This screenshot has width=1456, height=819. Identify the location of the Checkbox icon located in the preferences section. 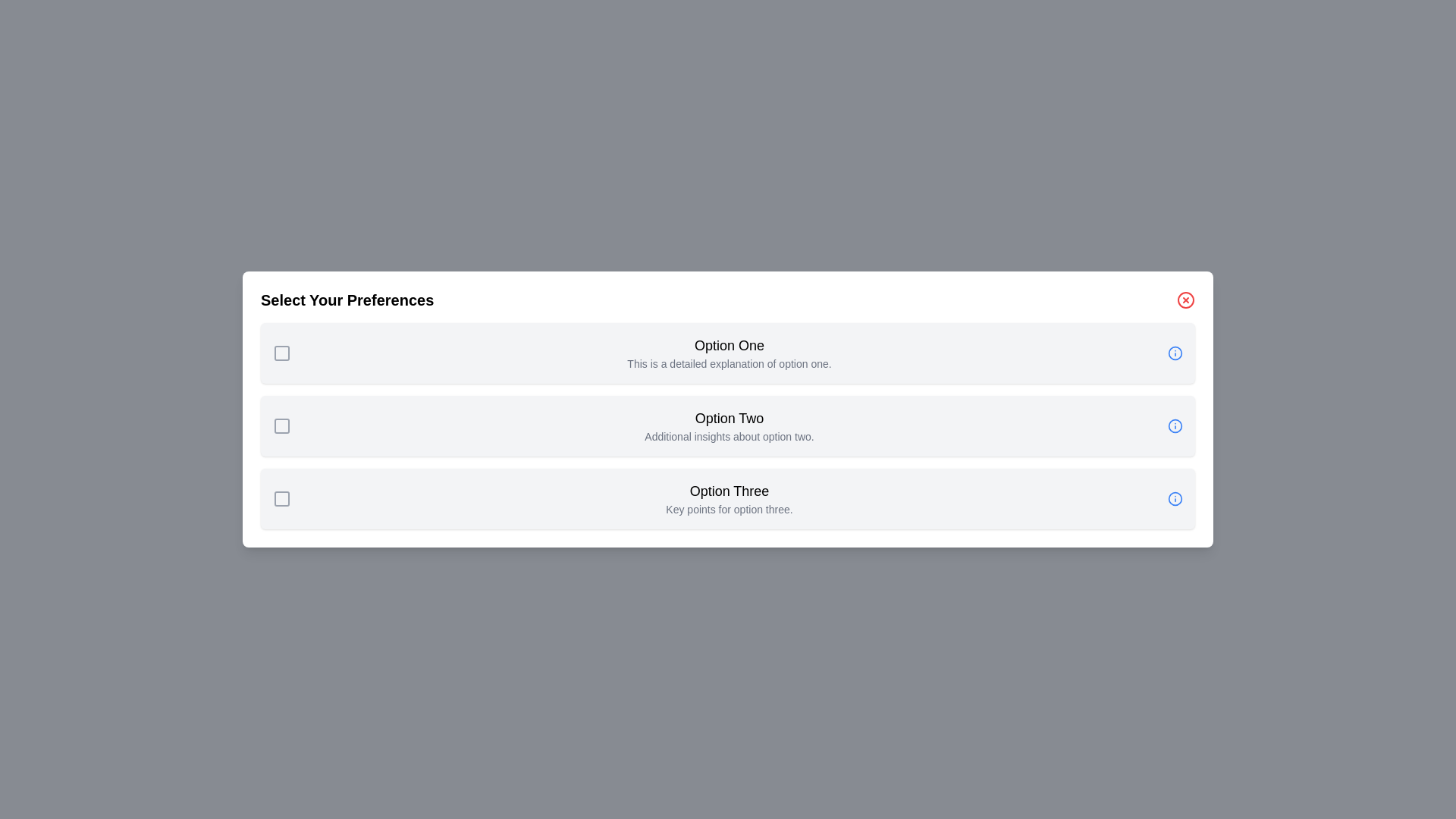
(282, 499).